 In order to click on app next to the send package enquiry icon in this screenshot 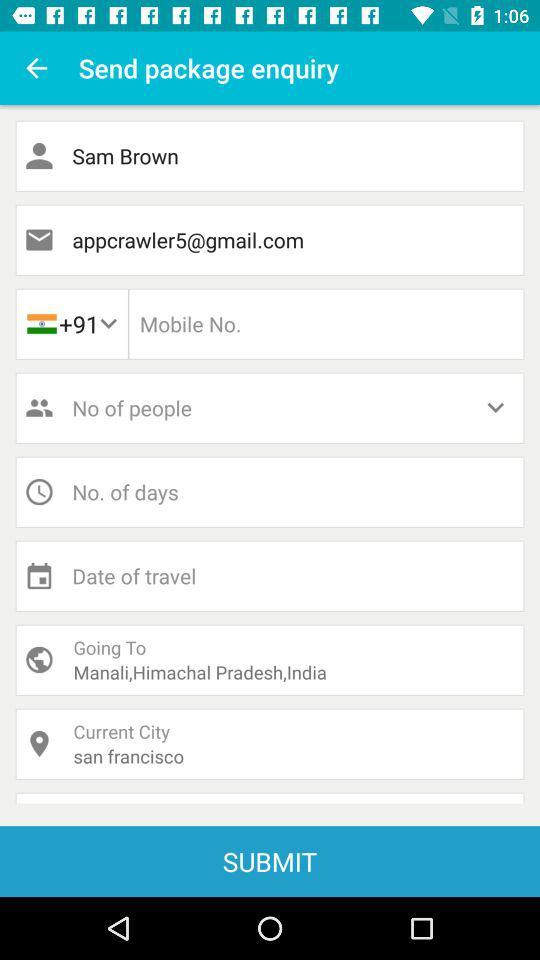, I will do `click(36, 68)`.